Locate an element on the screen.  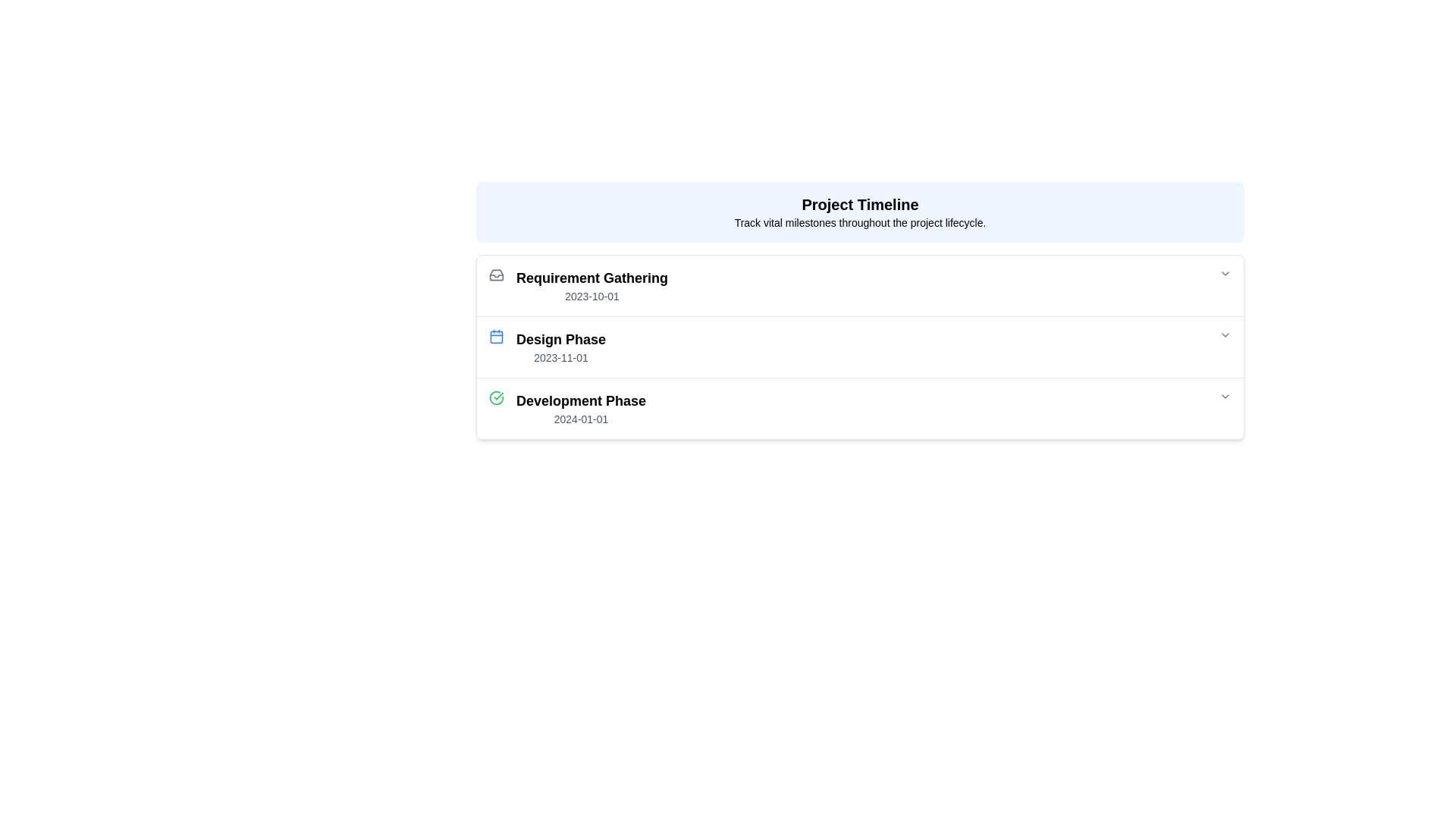
the informational text reading 'Track vital milestones throughout the project lifecycle.', which is located immediately below the heading 'Project Timeline' is located at coordinates (860, 222).